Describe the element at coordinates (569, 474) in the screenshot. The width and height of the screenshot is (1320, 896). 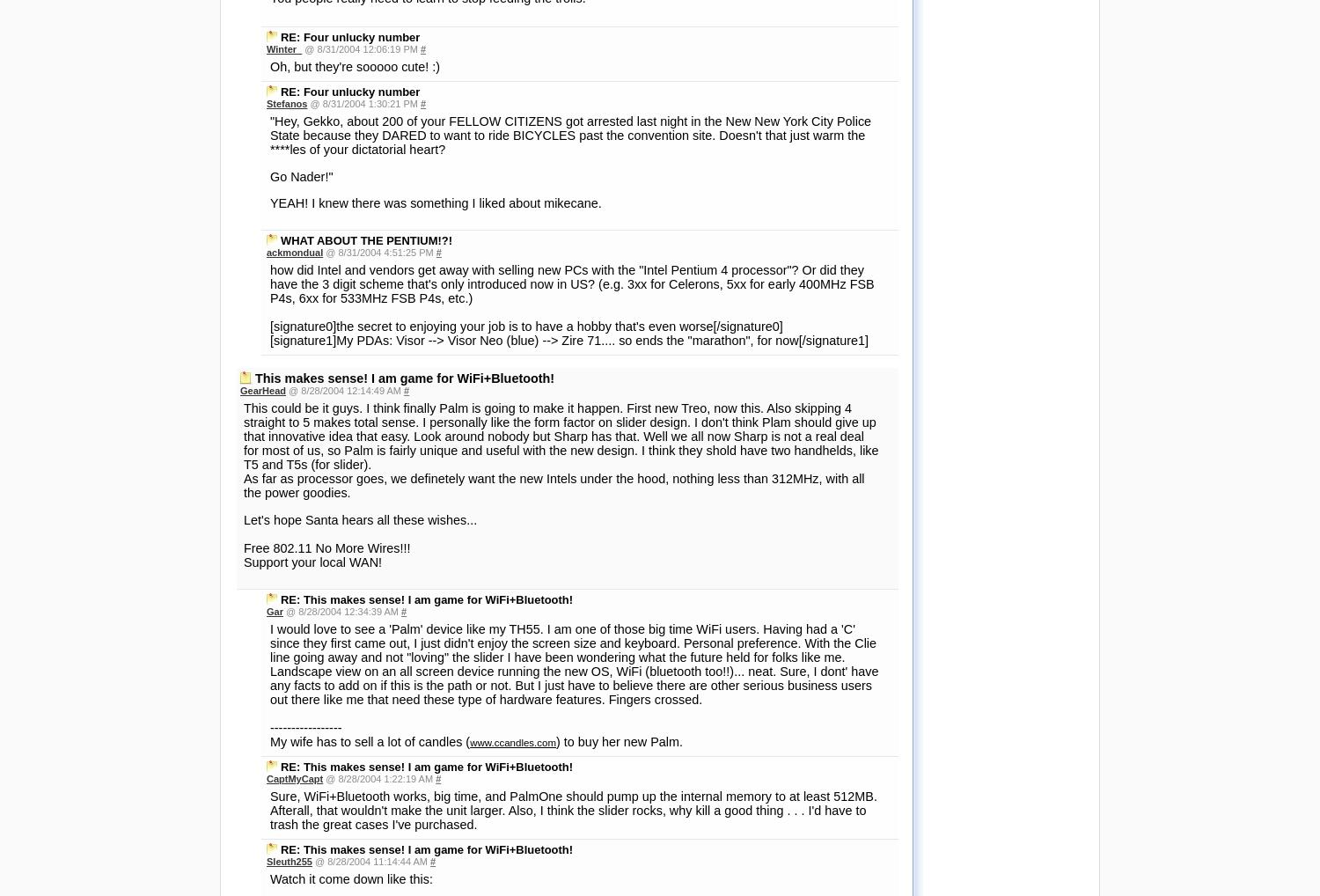
I see `'Watch for the T5/WiFi card bundle that gets priced about the same as the iPAQ 4155 allowing the T5 sans WiFi to get priced much more agressively.  P1 won't have the margin overhead on circuitry/licensing fees (from Sychip who makes all the WiFi chips installed in PDAs) built into every T5 it makes just to support the users who can't live without WiFi.'` at that location.